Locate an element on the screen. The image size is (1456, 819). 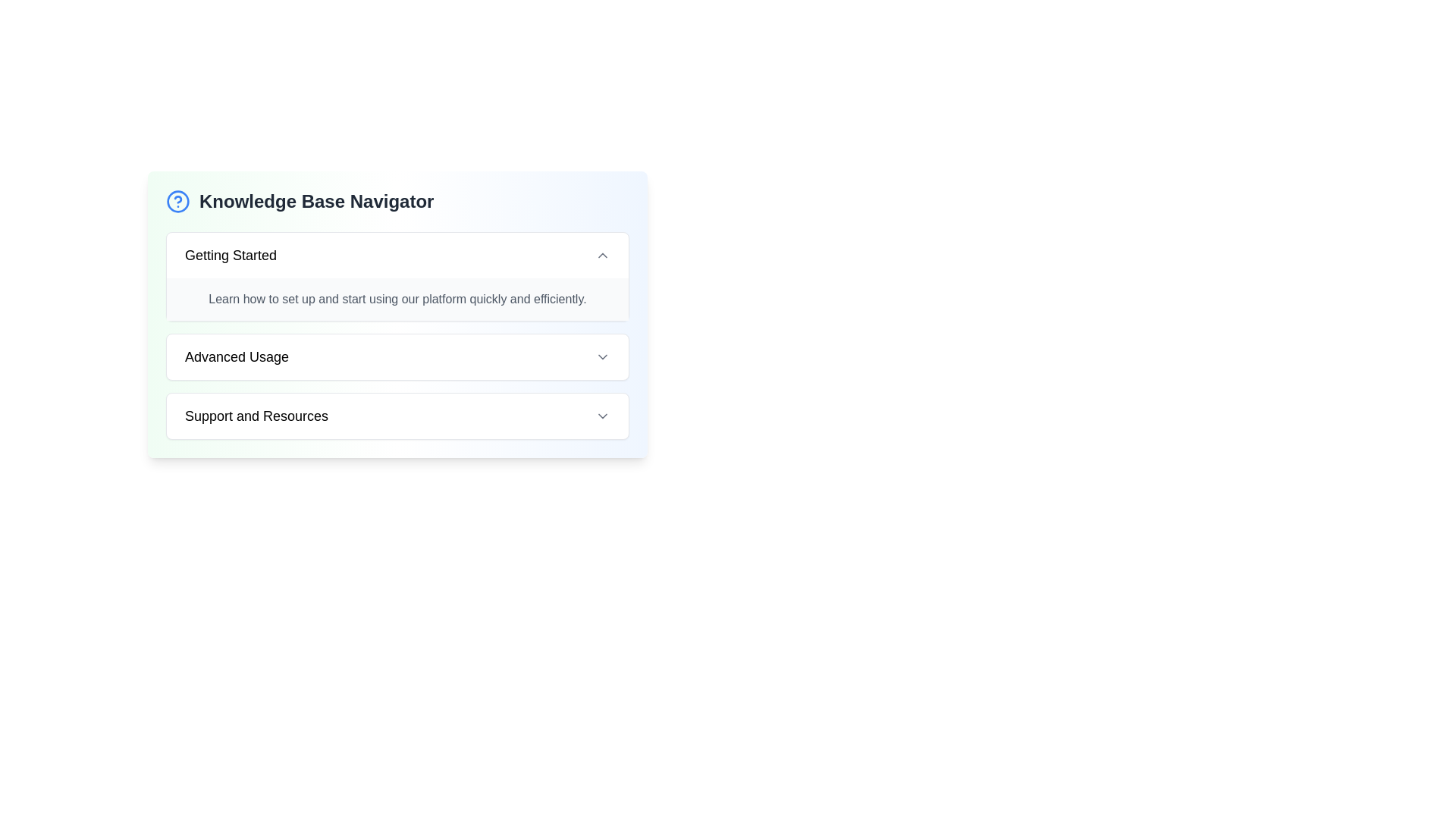
text label indicating 'Support and Resources' located centrally within the 'Knowledge Base Navigator' panel is located at coordinates (256, 416).